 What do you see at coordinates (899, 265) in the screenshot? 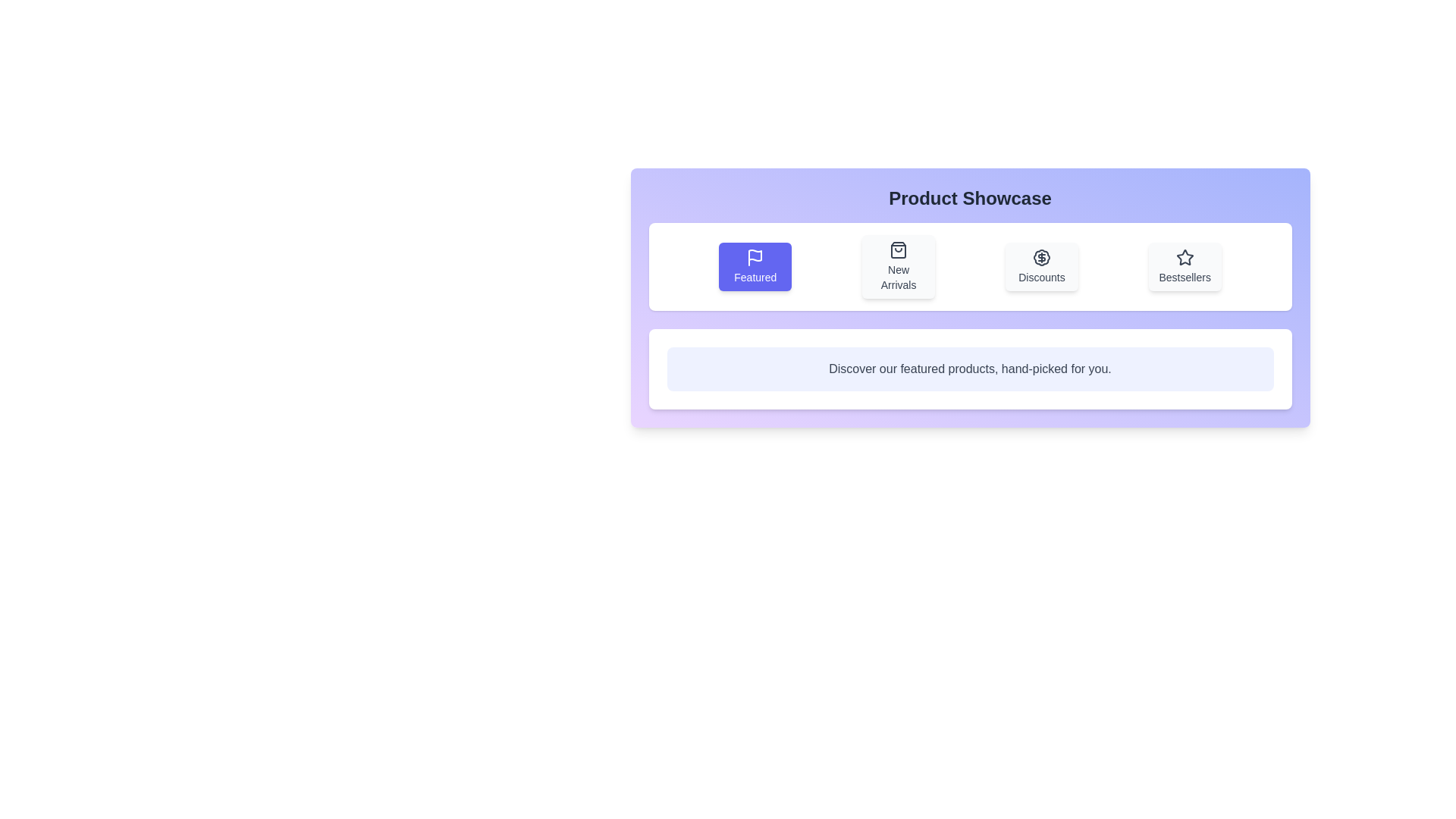
I see `the 'New Arrivals' button, which is the second button from the left in a group of four buttons, located to the right of the 'Featured' button and to the left of the 'Discounts' button, for preview effects` at bounding box center [899, 265].